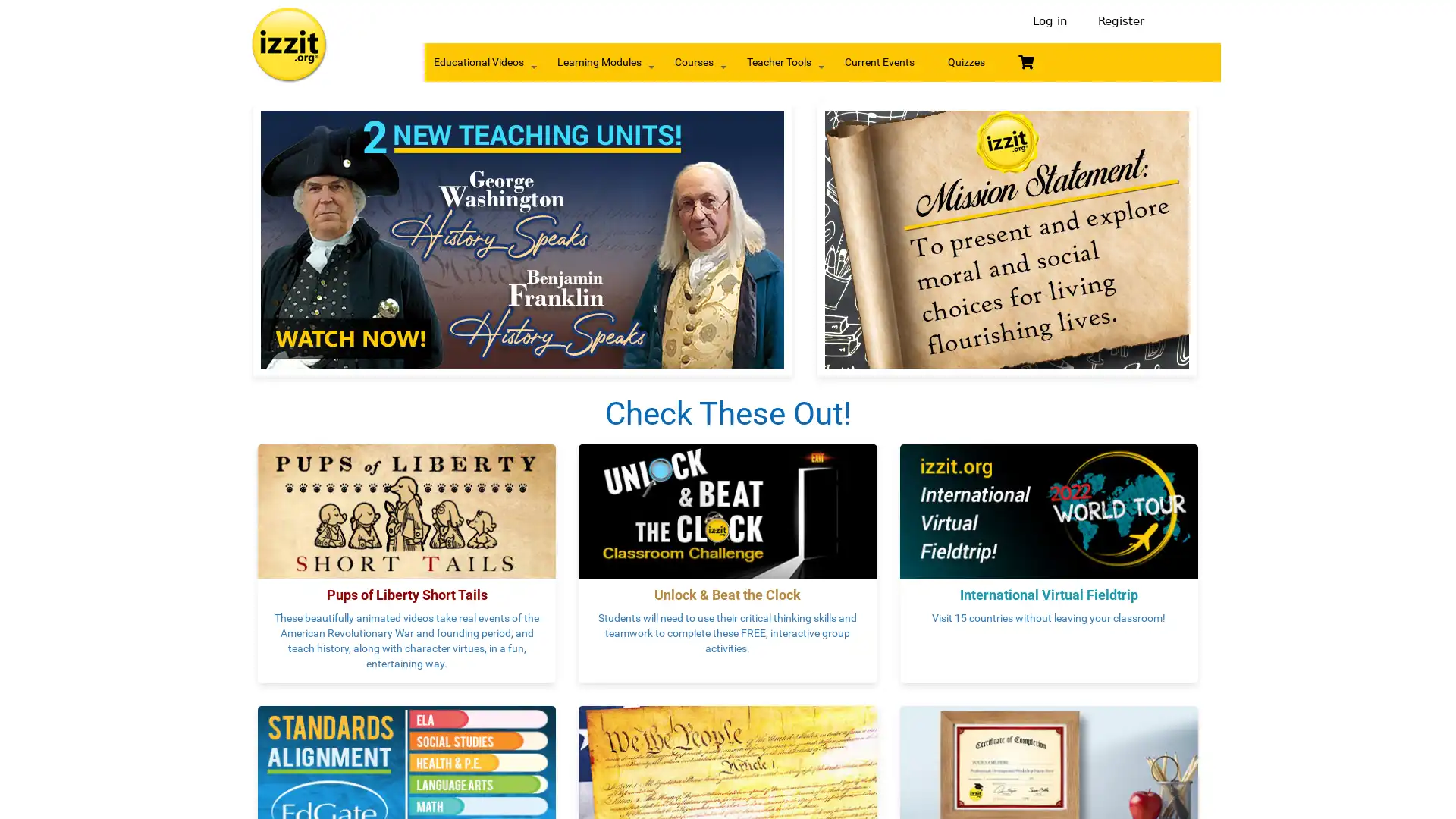 The width and height of the screenshot is (1456, 819). I want to click on Log in, so click(1050, 21).